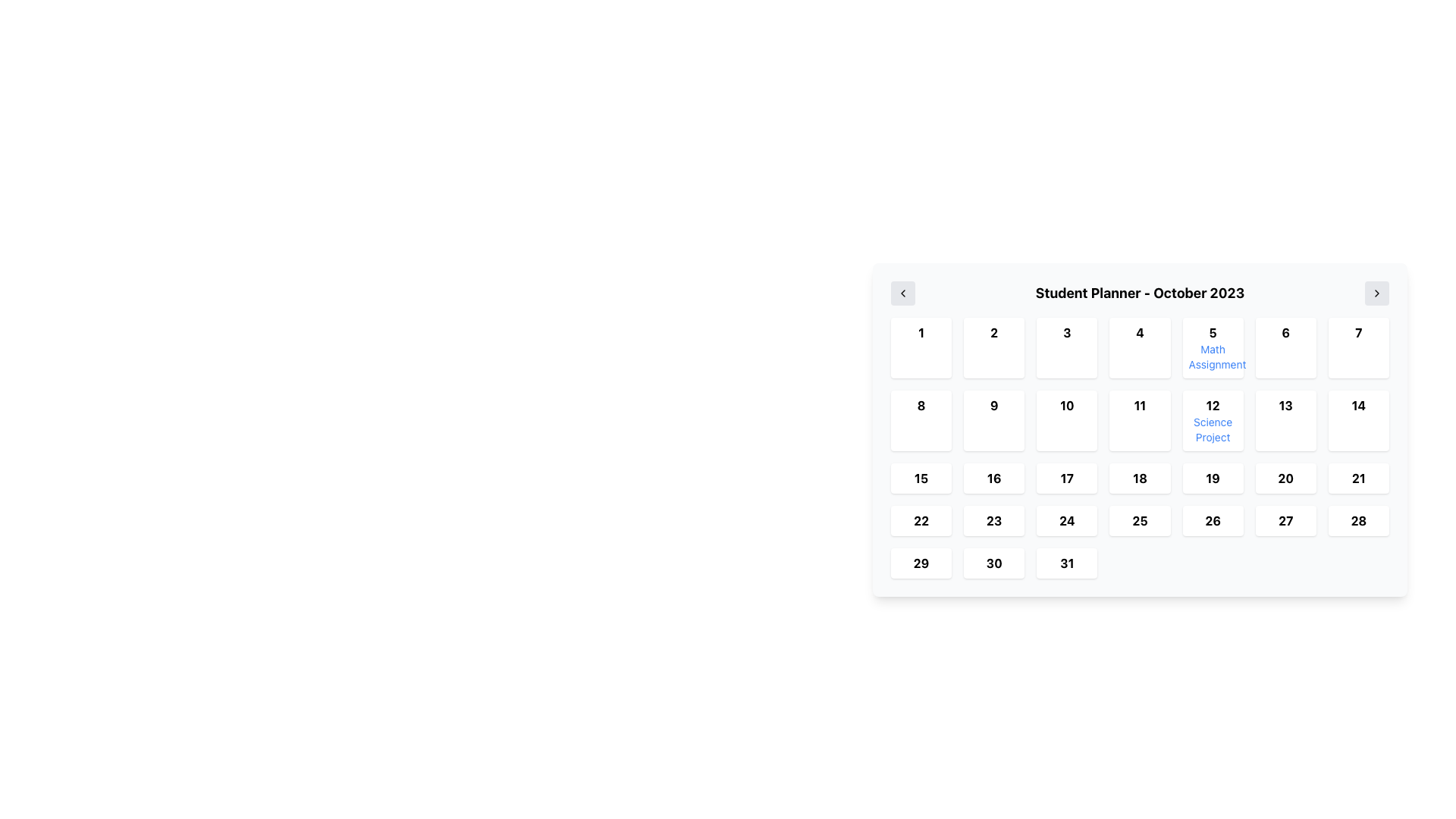 This screenshot has width=1456, height=819. I want to click on to select the date represented by the text corresponding to the 9th day of the month in the calendar widget, located in the second row and second column of the grid layout, so click(994, 405).